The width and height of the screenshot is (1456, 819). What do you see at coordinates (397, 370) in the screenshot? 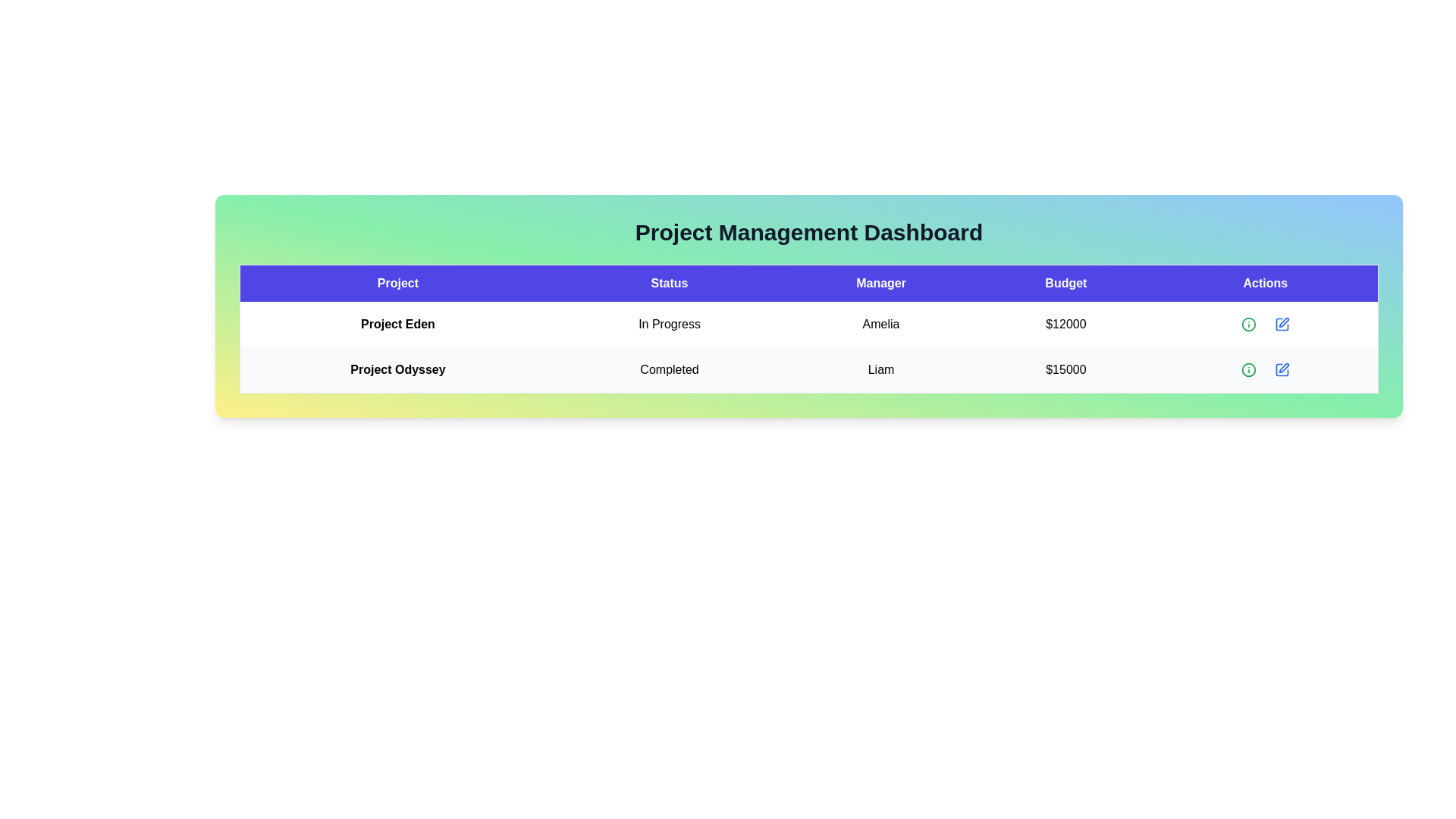
I see `the bold text label displaying 'Project Odyssey' which is located in the second row of the table under the 'Project' column` at bounding box center [397, 370].